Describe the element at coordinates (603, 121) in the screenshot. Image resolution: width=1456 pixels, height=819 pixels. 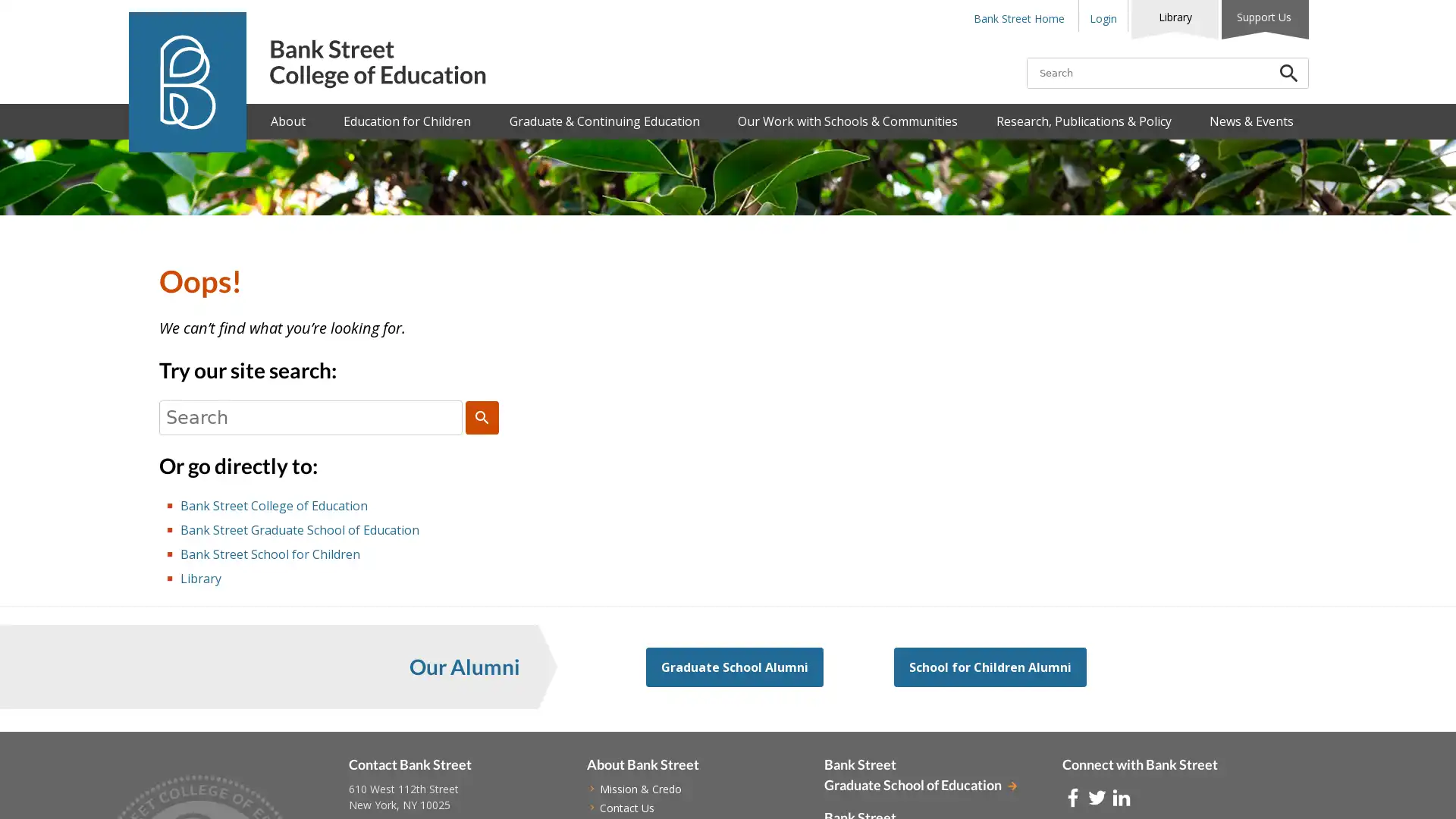
I see `Graduate & Continuing Education` at that location.